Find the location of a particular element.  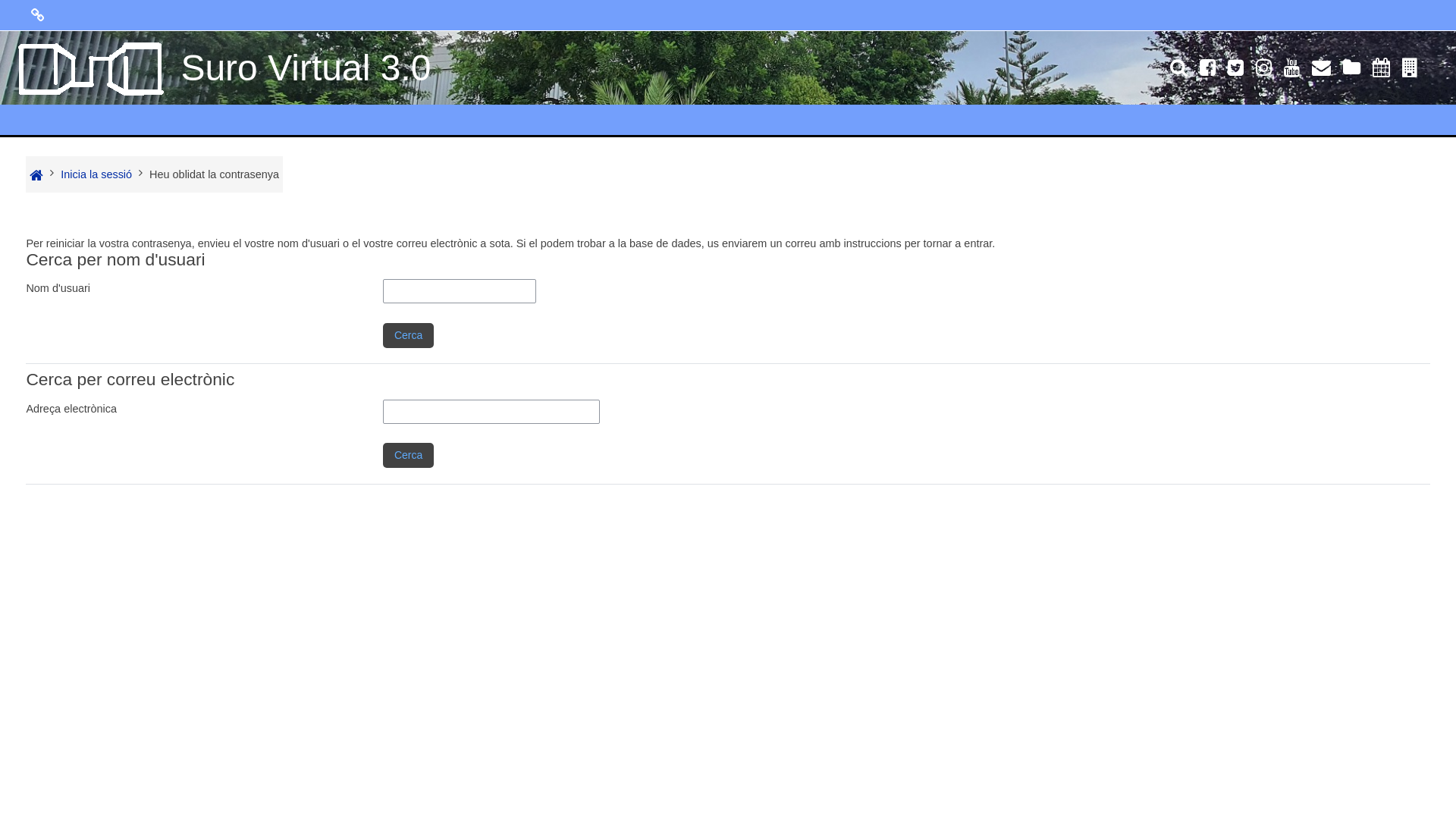

'Facebook del centre' is located at coordinates (1207, 70).